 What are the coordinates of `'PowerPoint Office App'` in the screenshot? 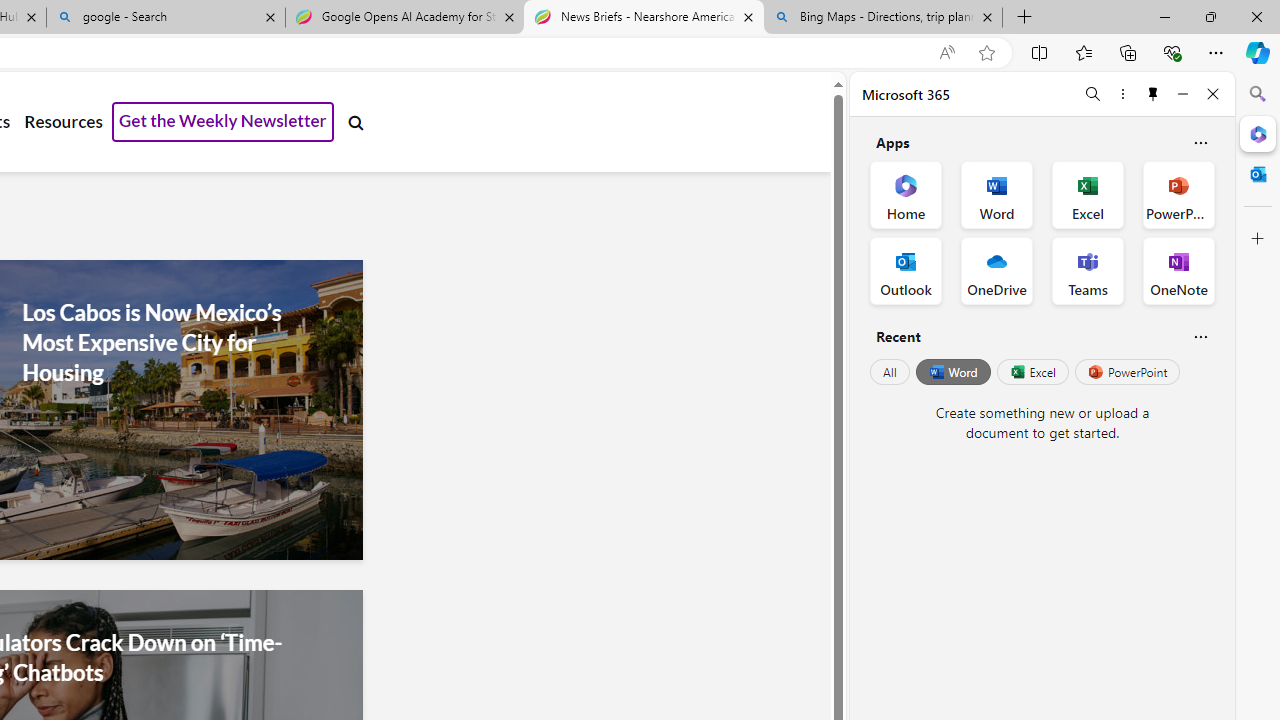 It's located at (1178, 195).